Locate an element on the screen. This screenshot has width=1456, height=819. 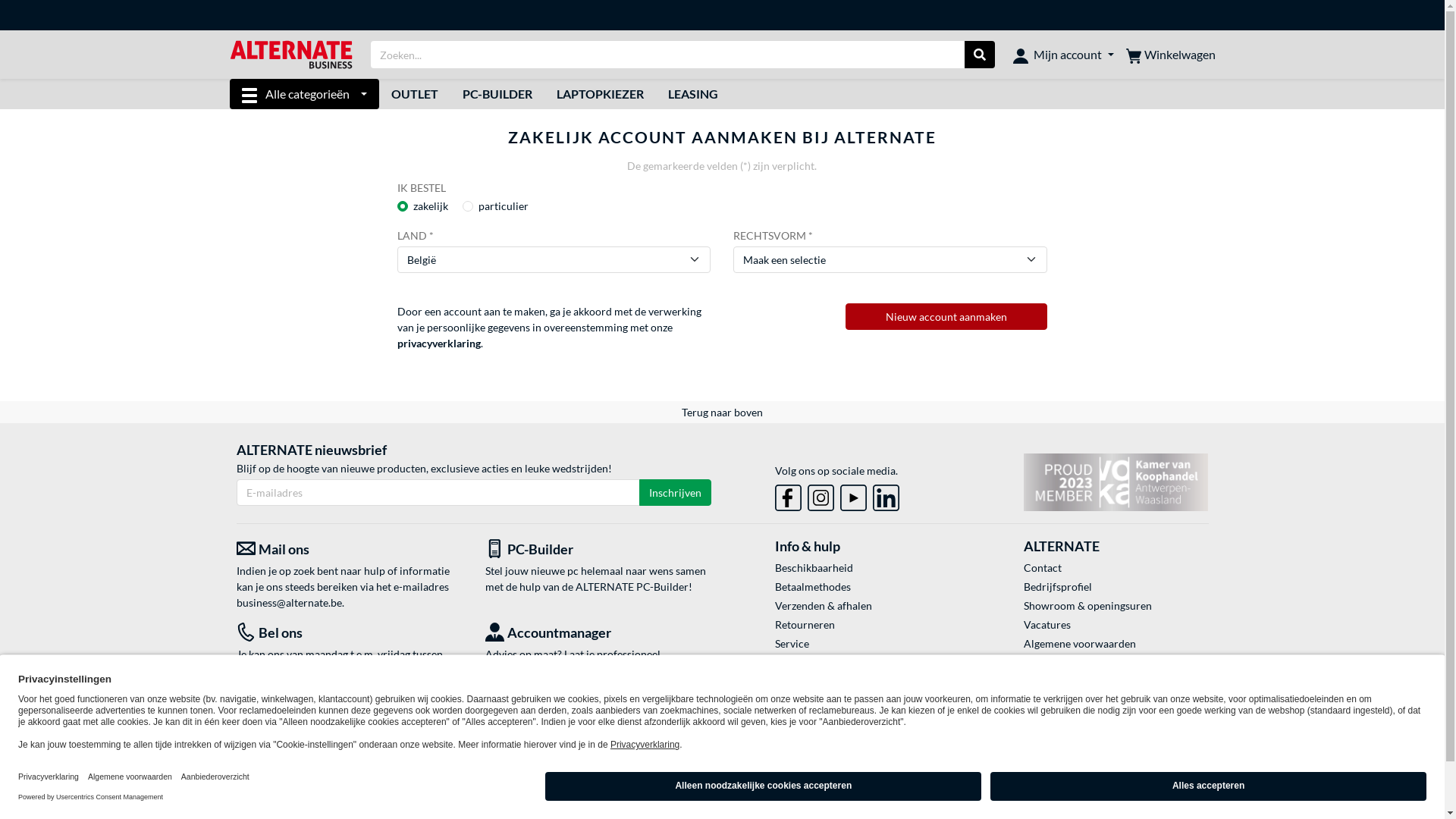
'business@alternate.be' is located at coordinates (289, 601).